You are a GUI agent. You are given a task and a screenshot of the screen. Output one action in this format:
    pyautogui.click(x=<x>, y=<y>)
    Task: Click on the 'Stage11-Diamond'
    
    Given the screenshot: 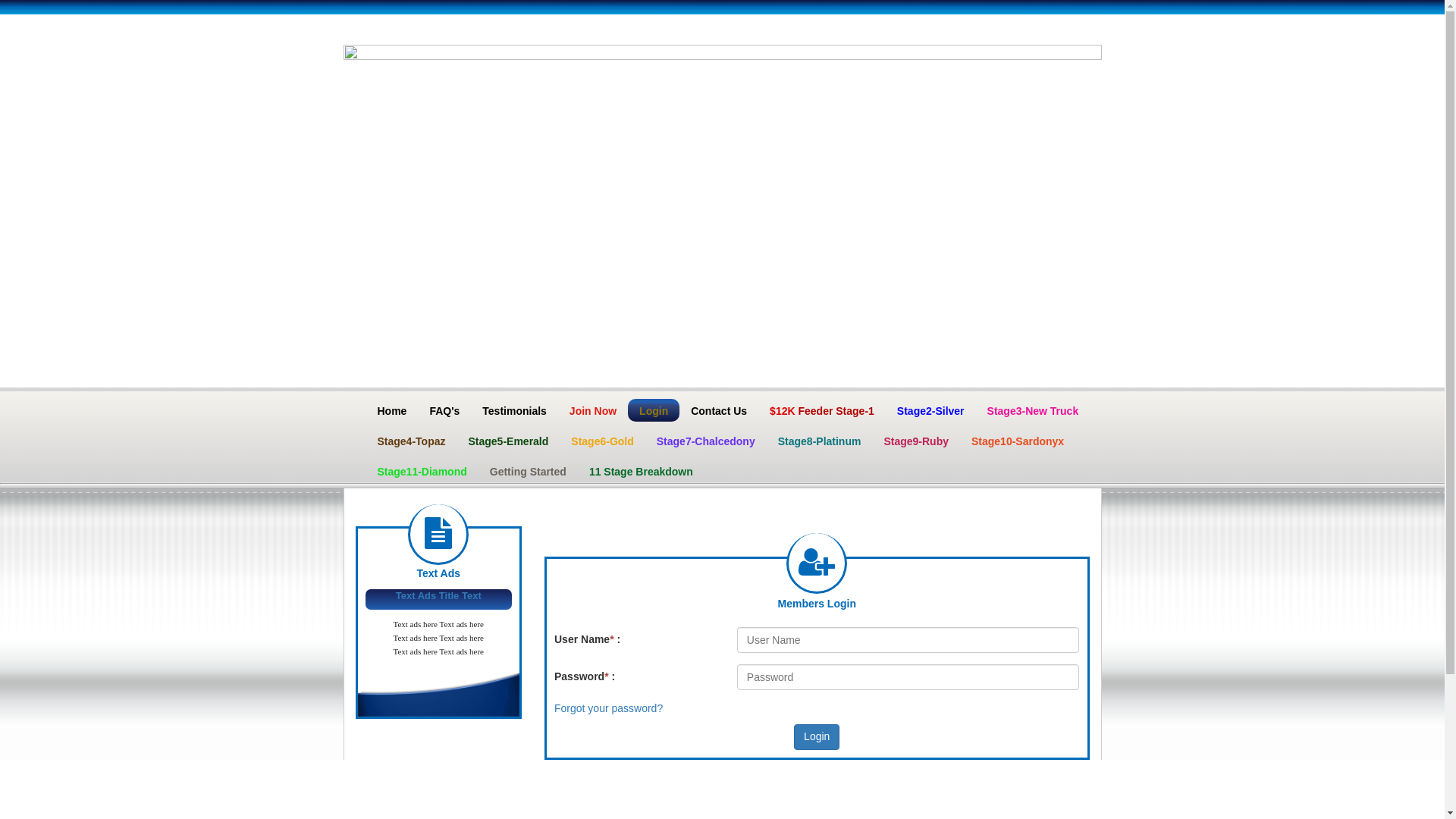 What is the action you would take?
    pyautogui.click(x=422, y=470)
    